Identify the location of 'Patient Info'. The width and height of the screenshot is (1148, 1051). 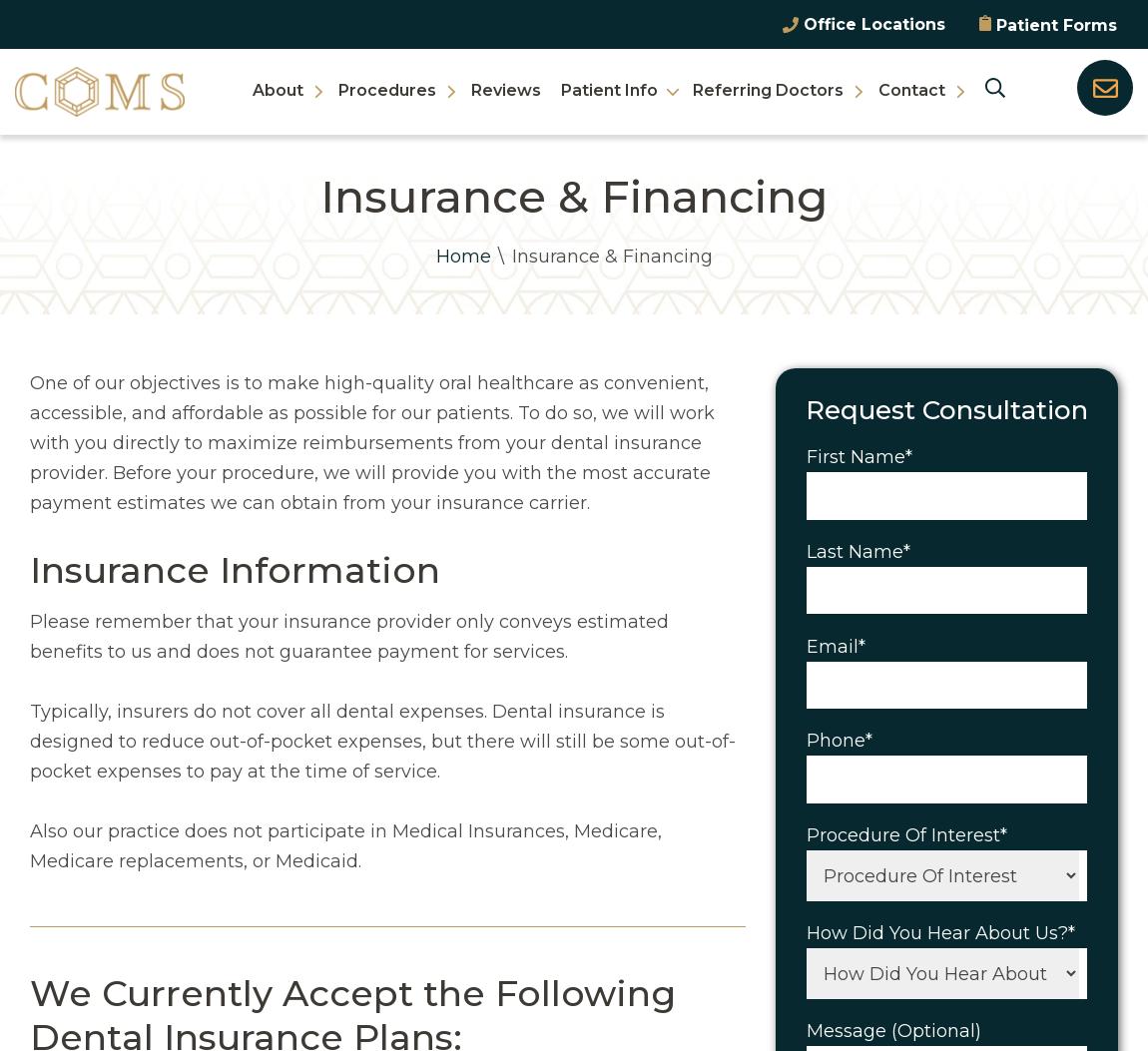
(607, 88).